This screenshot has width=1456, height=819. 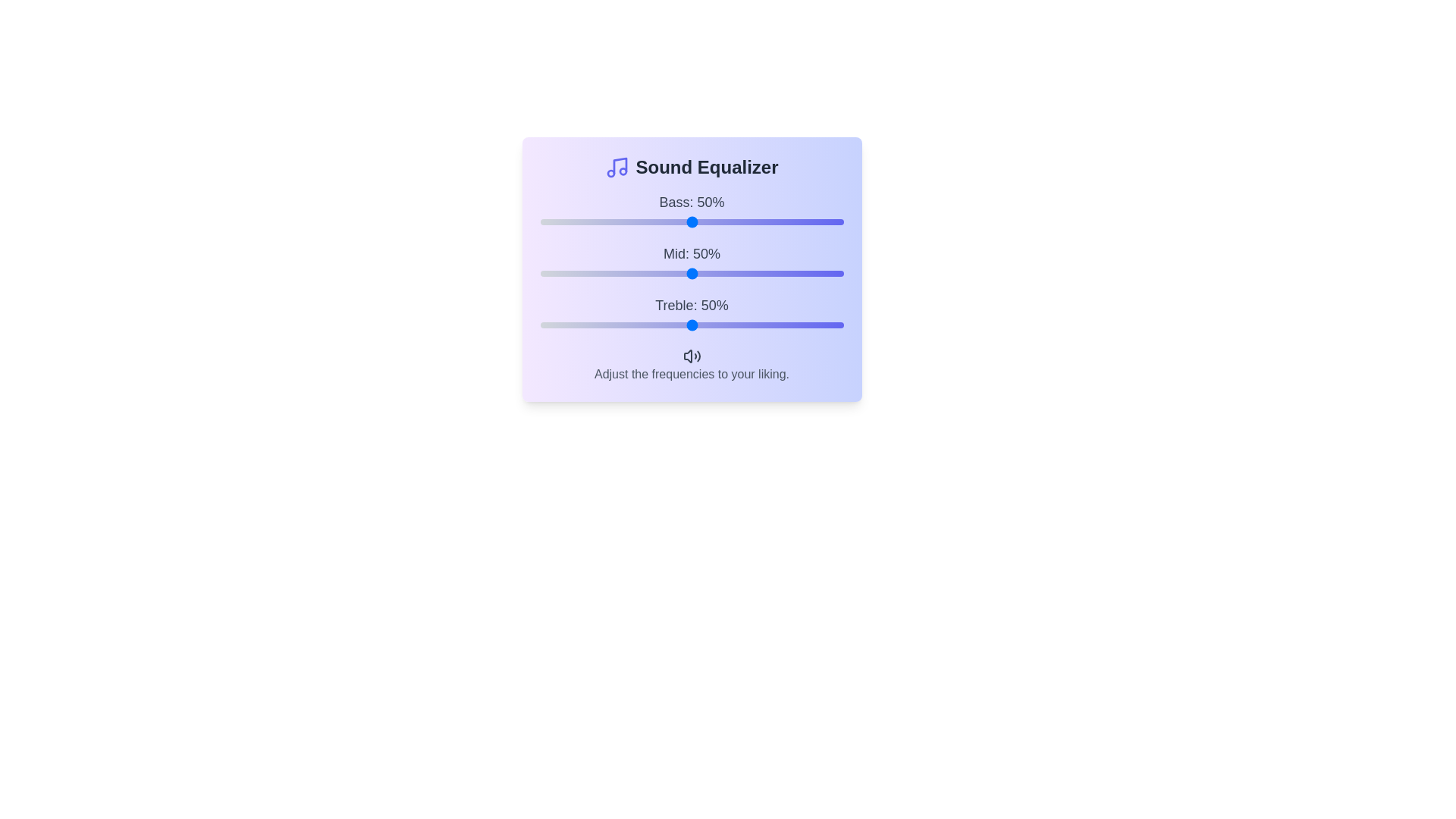 I want to click on the speaker icon in the footer, so click(x=691, y=356).